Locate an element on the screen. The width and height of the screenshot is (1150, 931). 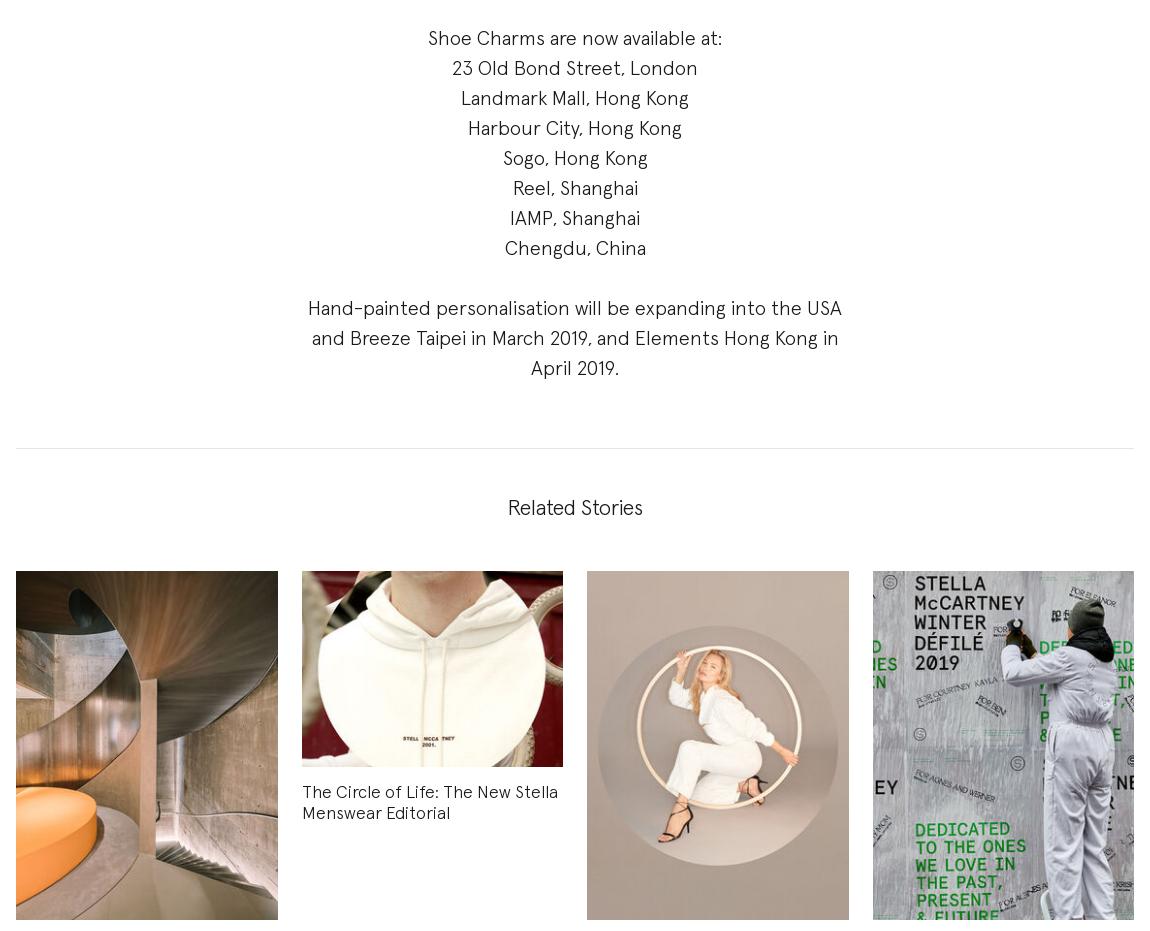
'IAMP, Shanghai' is located at coordinates (510, 218).